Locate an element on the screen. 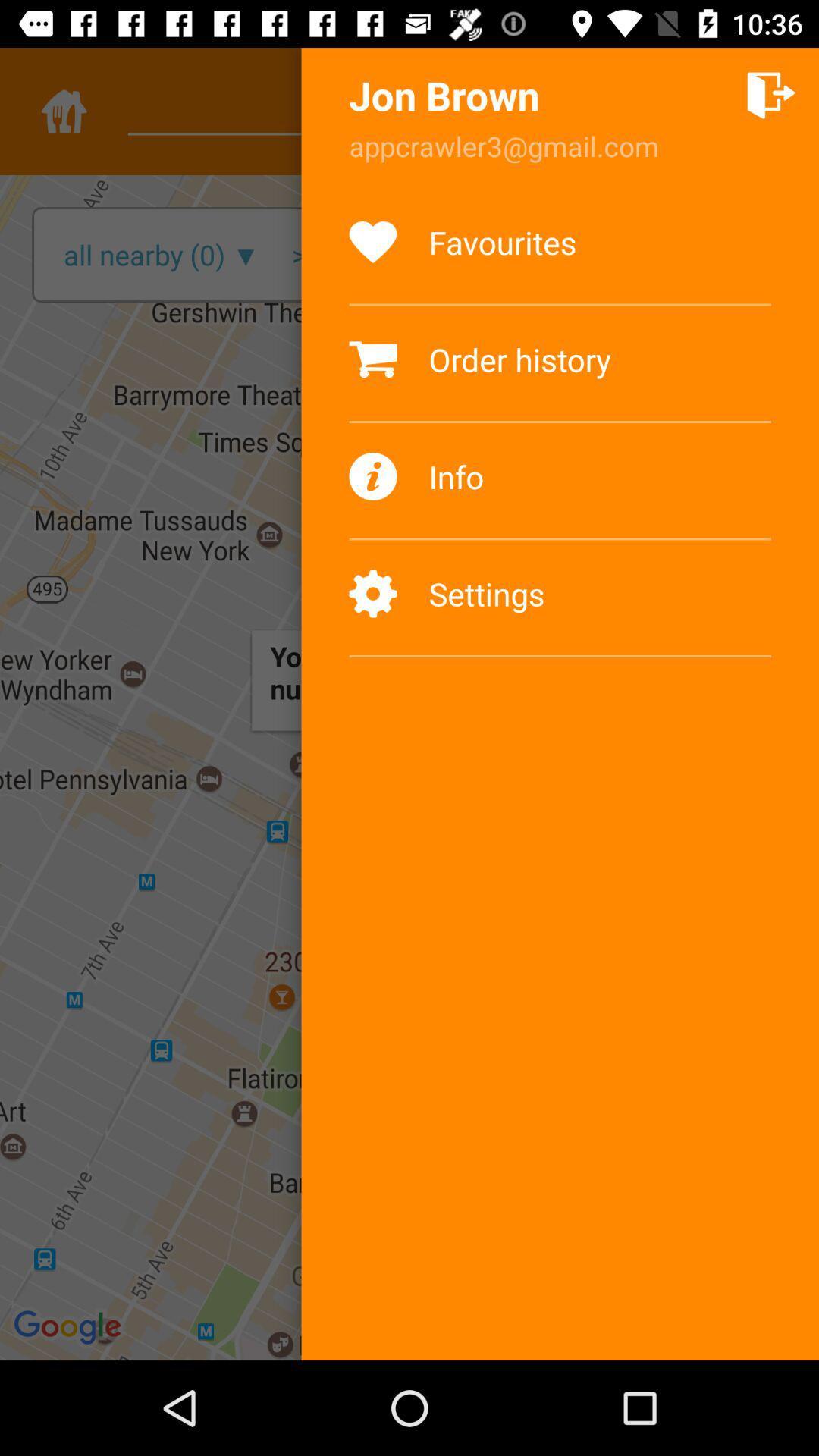 The height and width of the screenshot is (1456, 819). the add icon is located at coordinates (762, 111).